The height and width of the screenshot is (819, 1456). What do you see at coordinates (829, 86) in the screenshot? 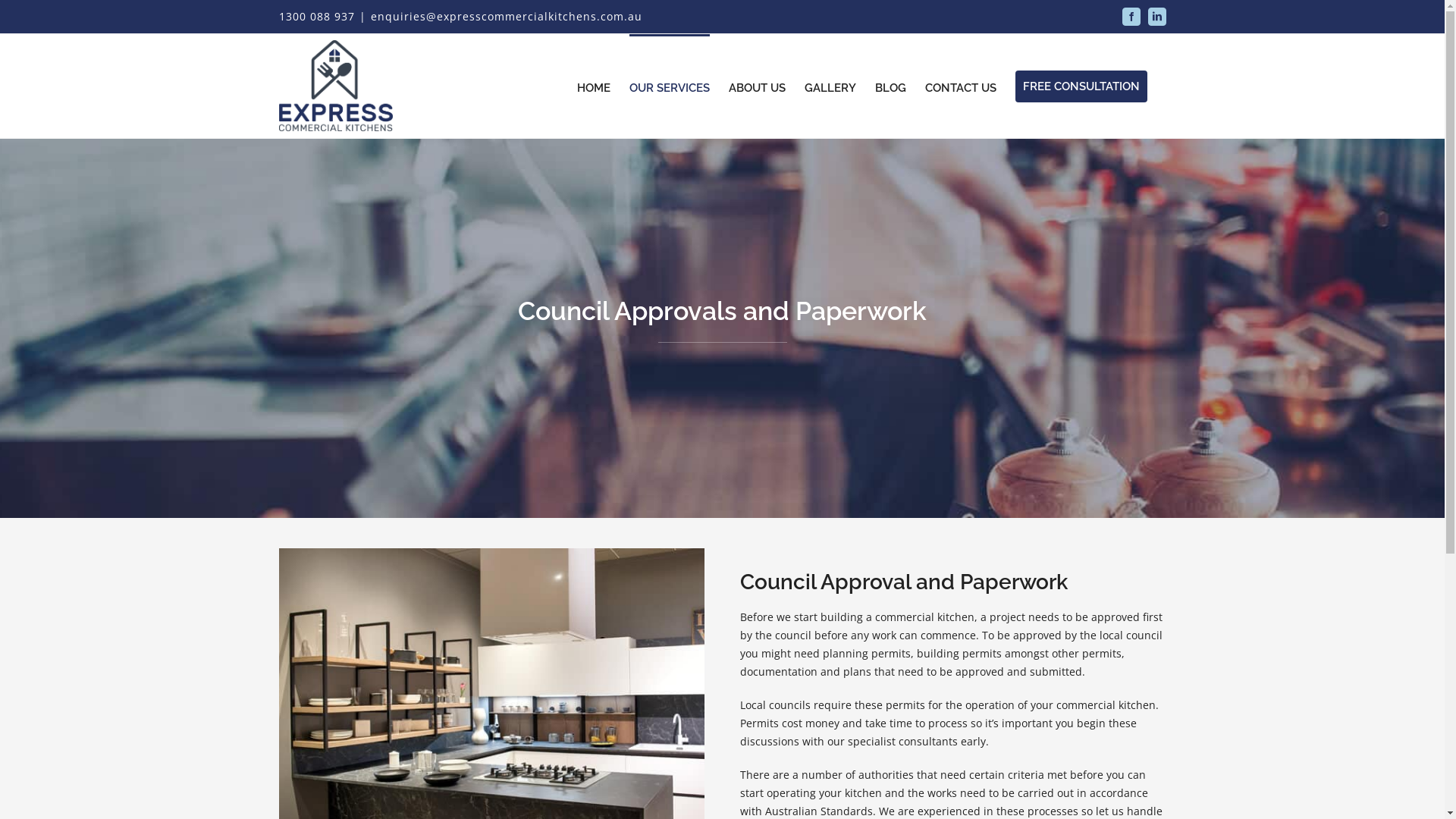
I see `'GALLERY'` at bounding box center [829, 86].